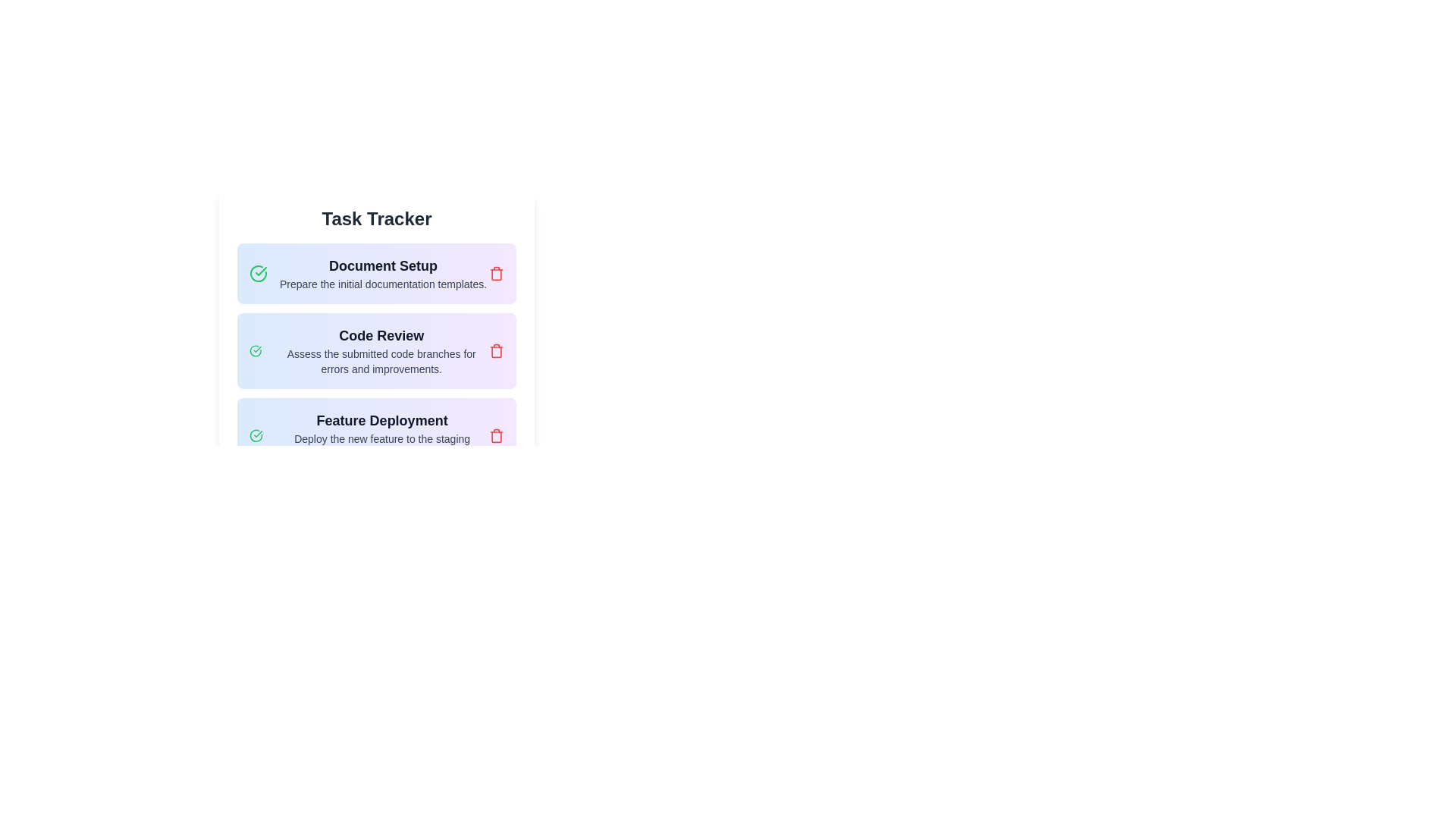 The image size is (1456, 819). I want to click on content displayed in the text label containing the sentence 'Assess the submitted code branches for errors and improvements.' located below the 'Code Review' header in the task tracker, so click(381, 362).